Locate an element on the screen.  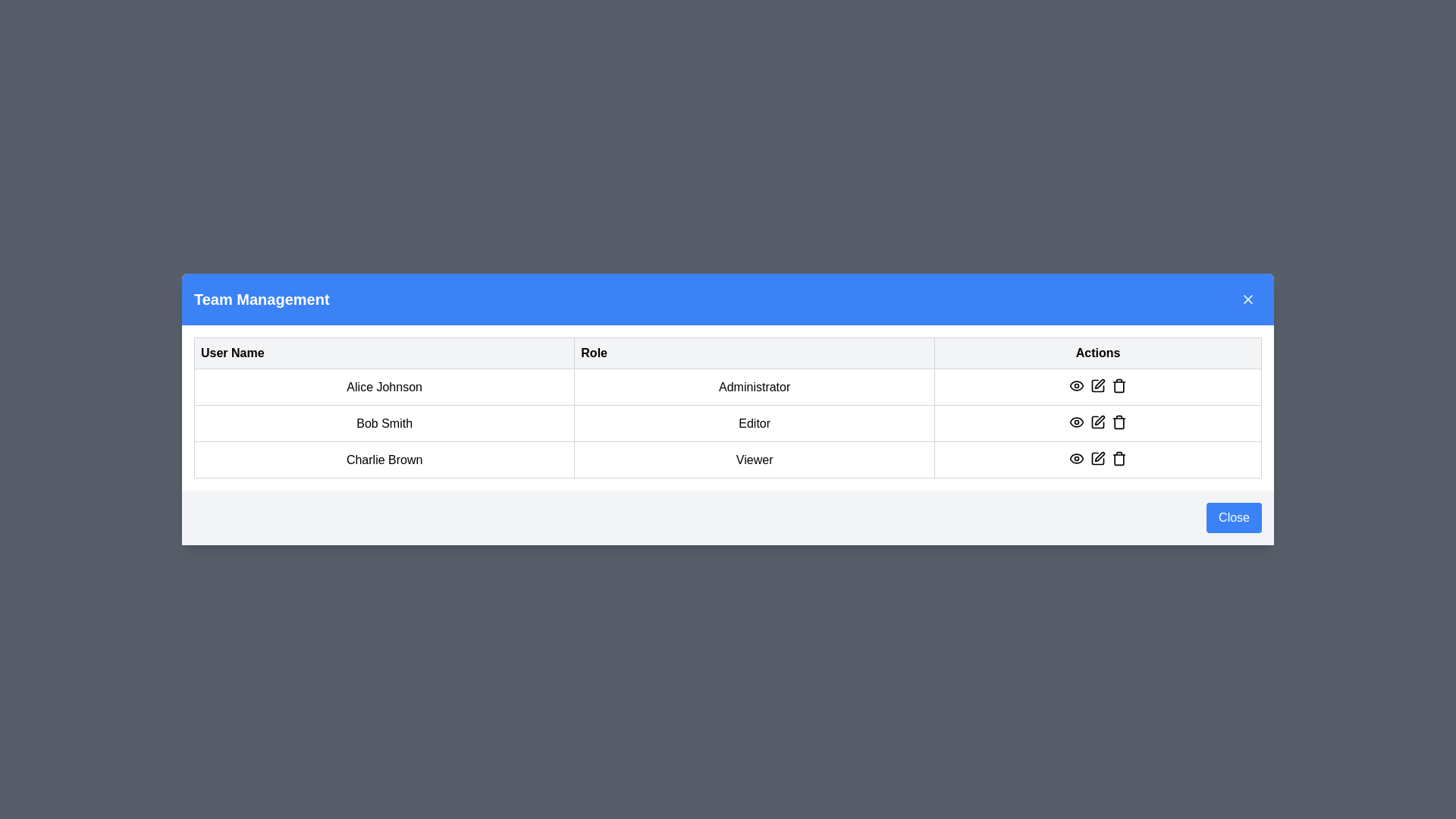
the eye-shaped icon representing a view or visibility action, located in the first row of the 'Actions' column is located at coordinates (1076, 385).